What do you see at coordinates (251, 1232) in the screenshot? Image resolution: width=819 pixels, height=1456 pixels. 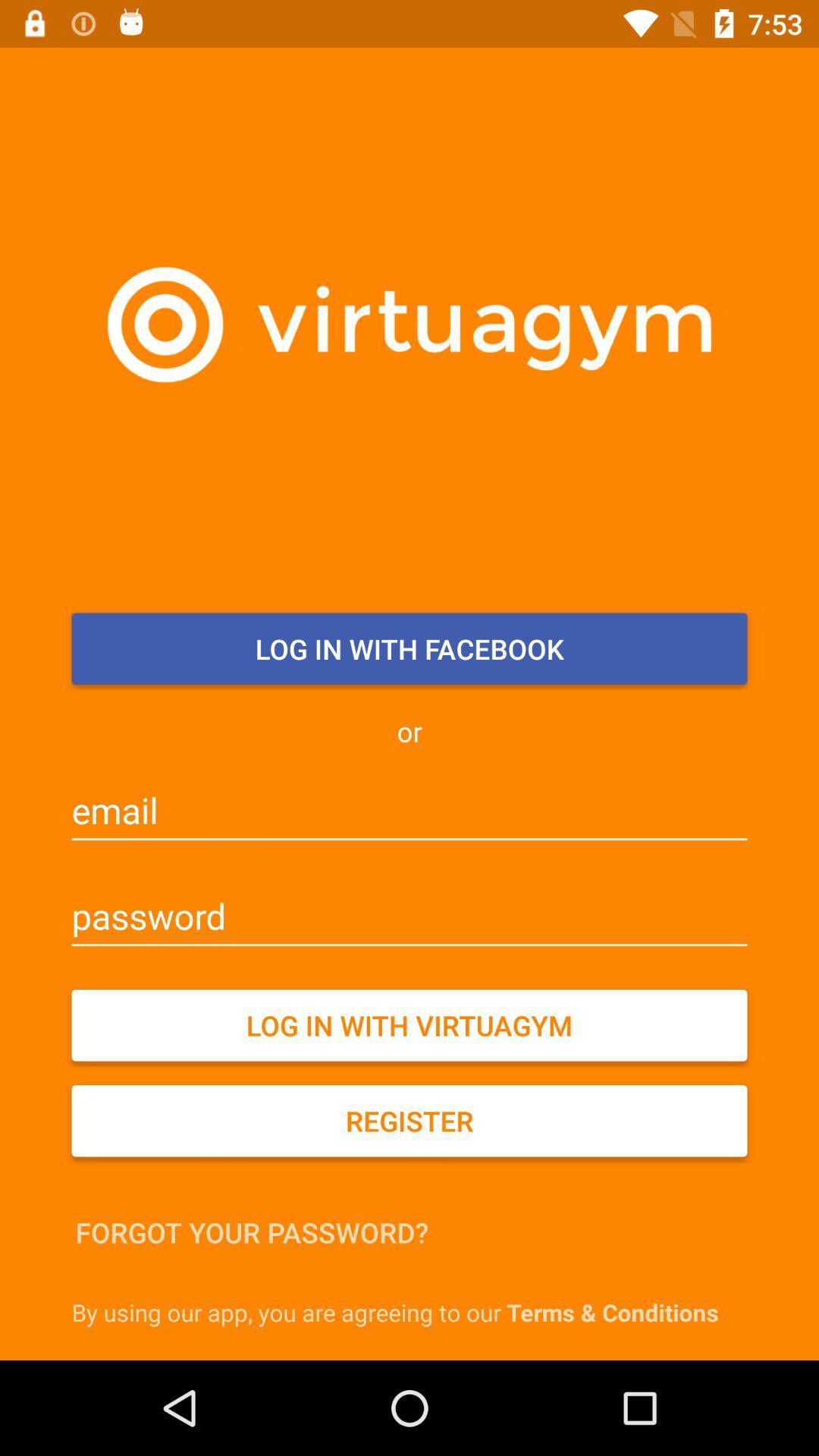 I see `forgot your password? icon` at bounding box center [251, 1232].